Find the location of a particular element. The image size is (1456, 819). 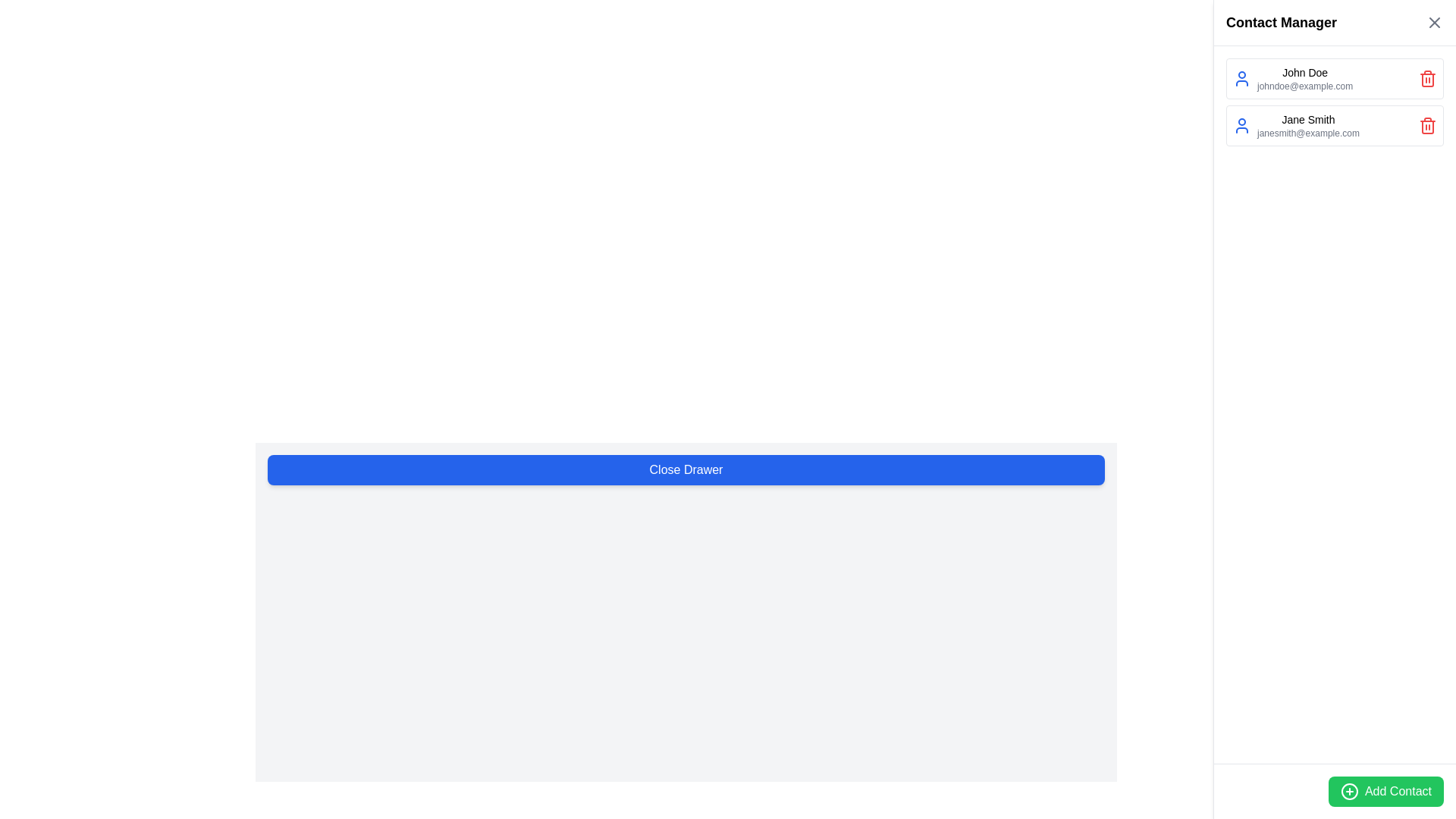

text 'John Doe' from the first line of the contact card in the sidebar of the 'Contact Manager' section is located at coordinates (1304, 73).